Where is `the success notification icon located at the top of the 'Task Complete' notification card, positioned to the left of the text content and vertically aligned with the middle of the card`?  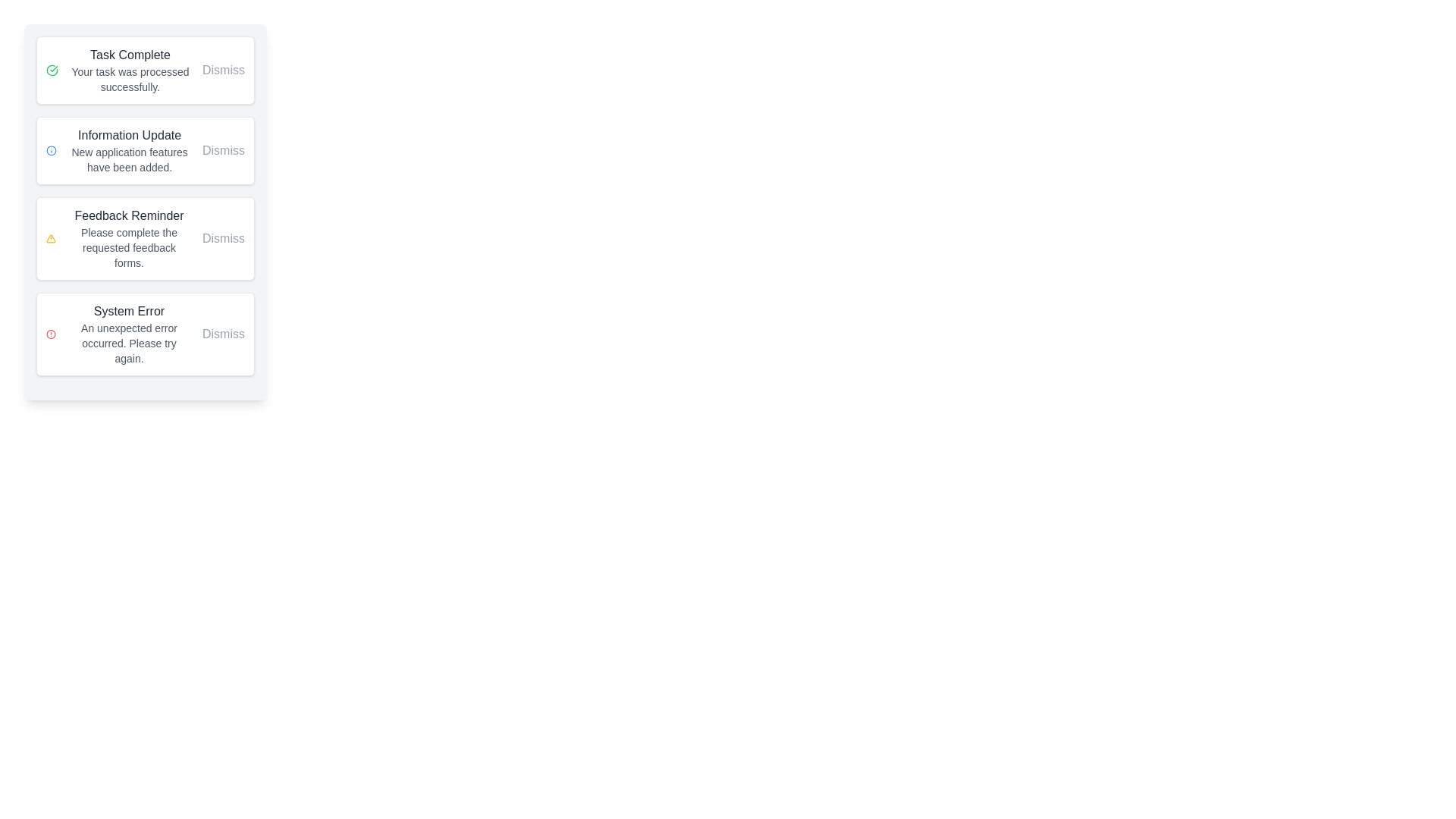
the success notification icon located at the top of the 'Task Complete' notification card, positioned to the left of the text content and vertically aligned with the middle of the card is located at coordinates (52, 70).